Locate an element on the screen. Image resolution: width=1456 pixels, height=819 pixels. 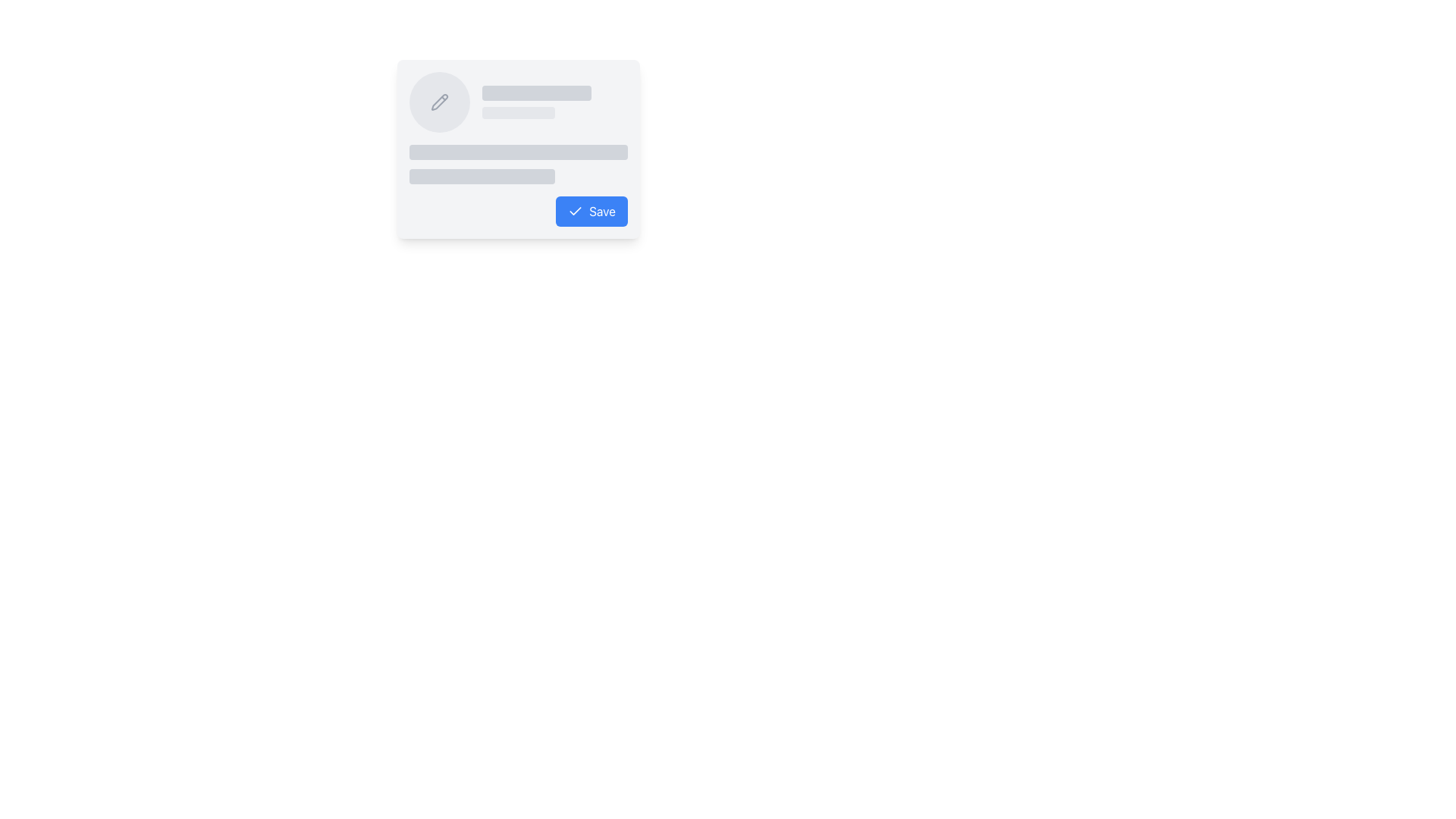
the pencil icon located at the top-left corner of the larger frame is located at coordinates (439, 102).